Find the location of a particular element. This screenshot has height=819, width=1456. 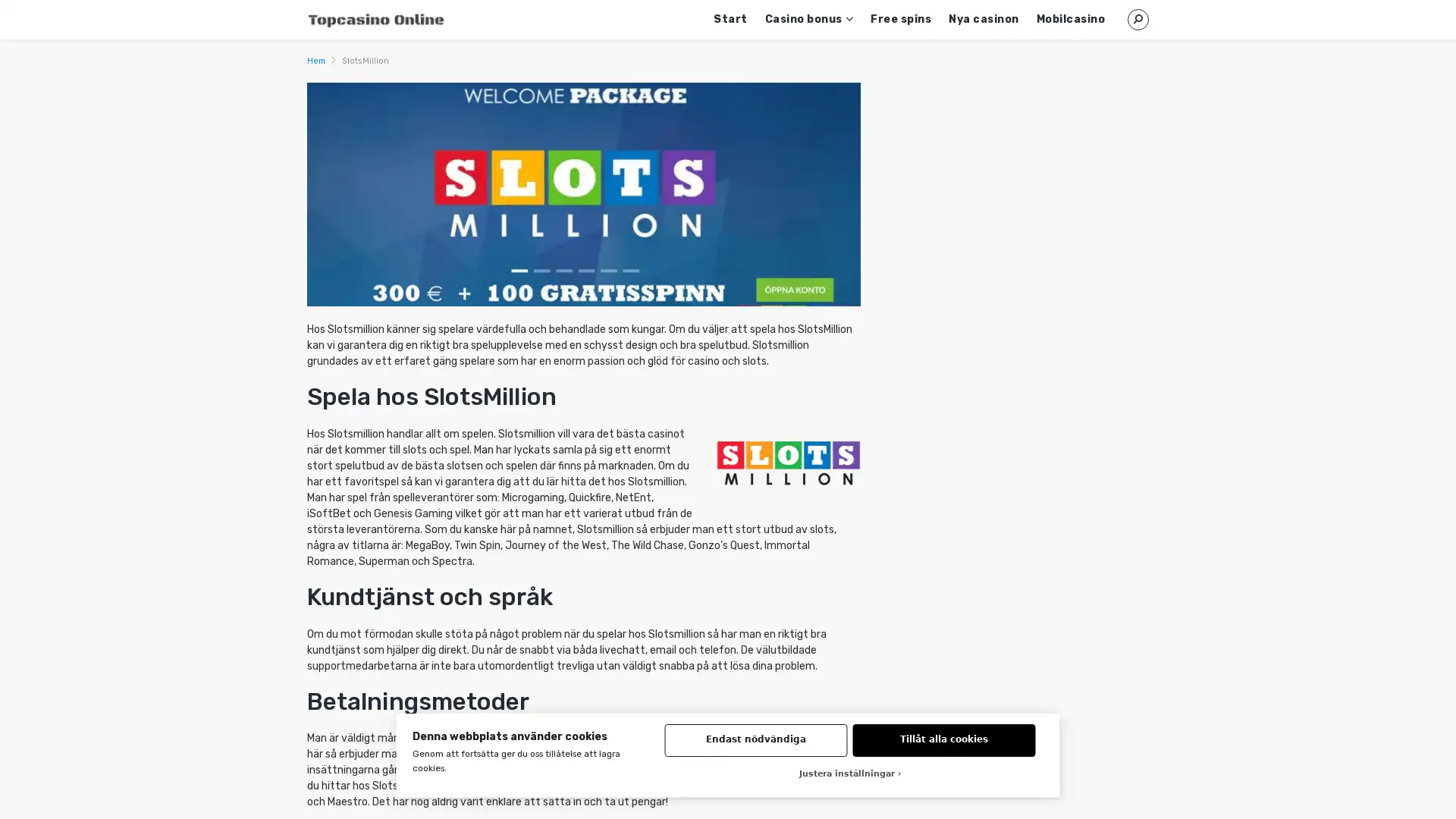

Tillat alla cookies is located at coordinates (943, 739).